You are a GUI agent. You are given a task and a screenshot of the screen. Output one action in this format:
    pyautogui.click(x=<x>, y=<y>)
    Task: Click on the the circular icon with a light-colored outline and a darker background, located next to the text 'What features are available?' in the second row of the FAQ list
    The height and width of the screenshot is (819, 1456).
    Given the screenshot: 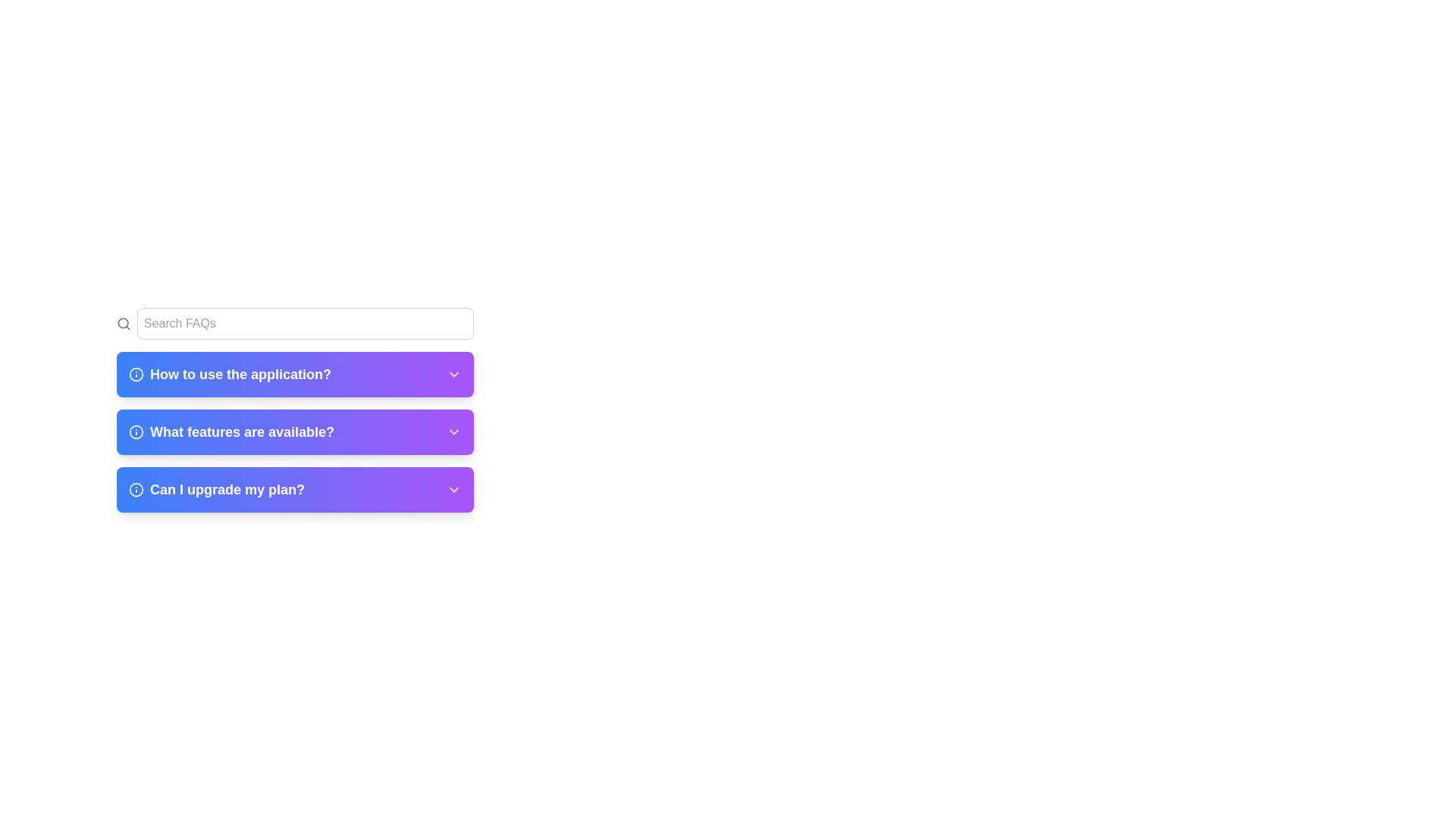 What is the action you would take?
    pyautogui.click(x=136, y=432)
    